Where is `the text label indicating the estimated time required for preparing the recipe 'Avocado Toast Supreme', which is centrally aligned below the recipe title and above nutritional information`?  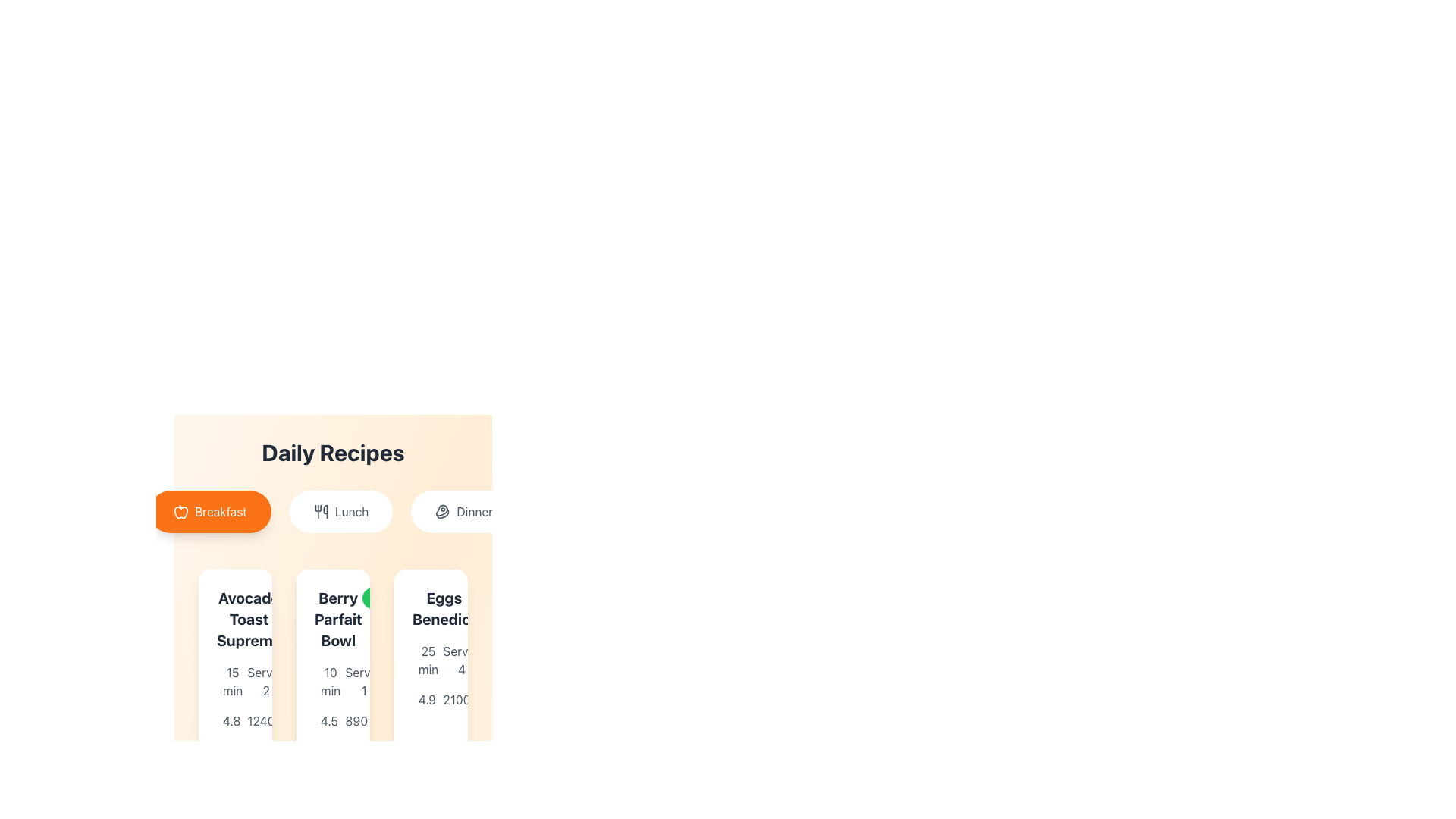 the text label indicating the estimated time required for preparing the recipe 'Avocado Toast Supreme', which is centrally aligned below the recipe title and above nutritional information is located at coordinates (232, 680).